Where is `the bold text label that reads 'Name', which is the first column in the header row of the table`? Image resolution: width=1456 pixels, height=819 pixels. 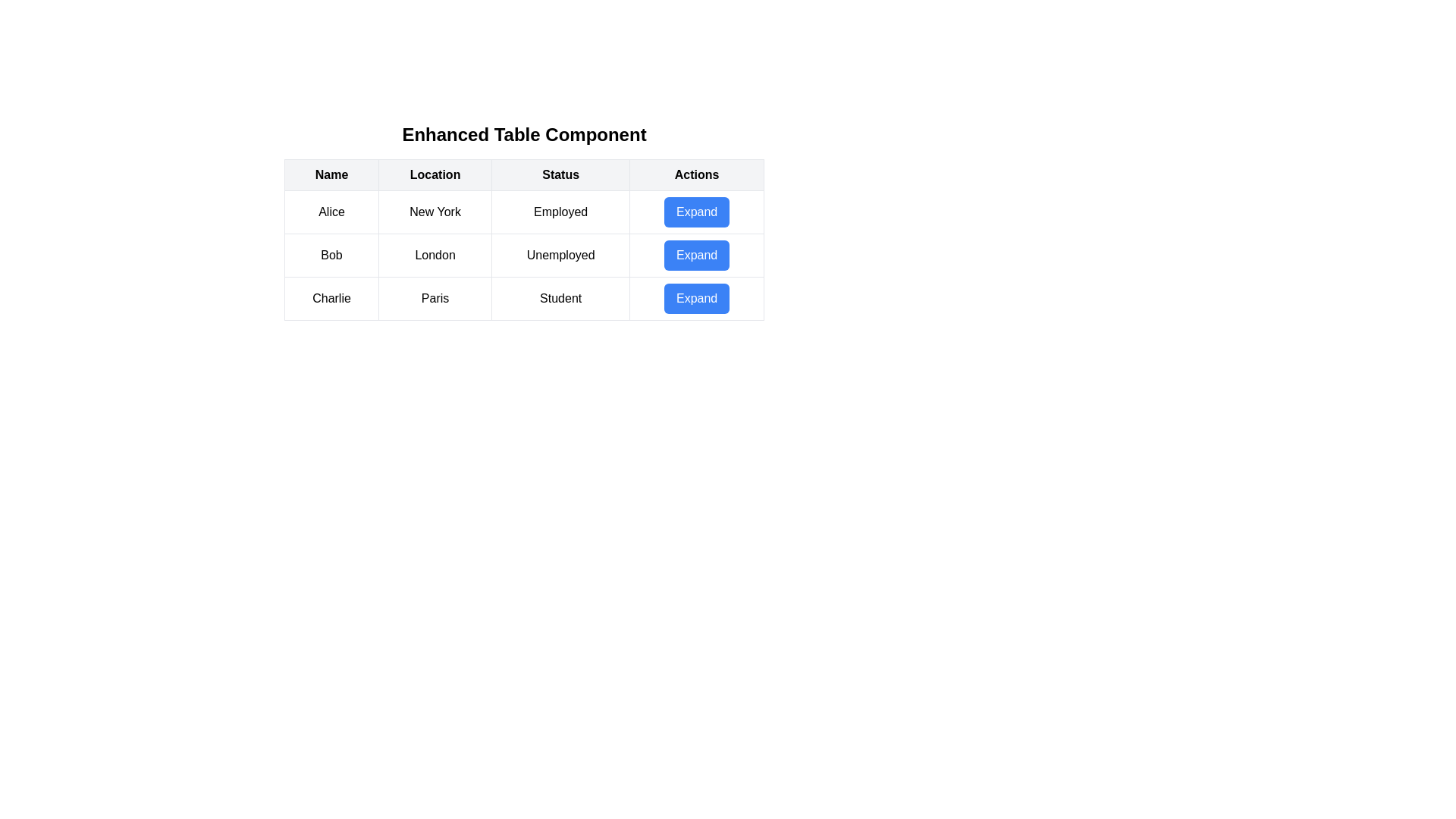 the bold text label that reads 'Name', which is the first column in the header row of the table is located at coordinates (331, 174).